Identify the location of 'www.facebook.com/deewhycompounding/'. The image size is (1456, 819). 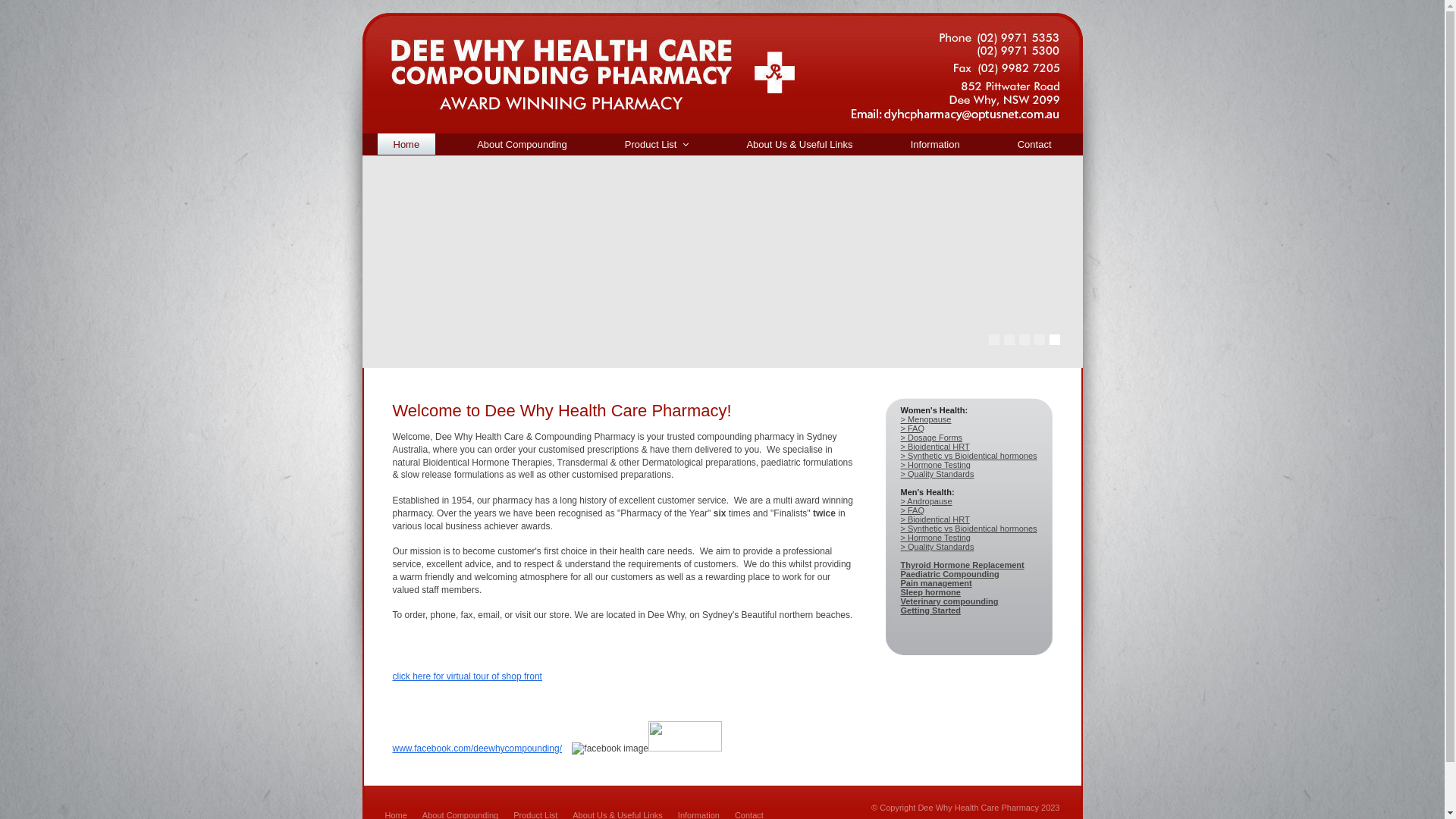
(476, 748).